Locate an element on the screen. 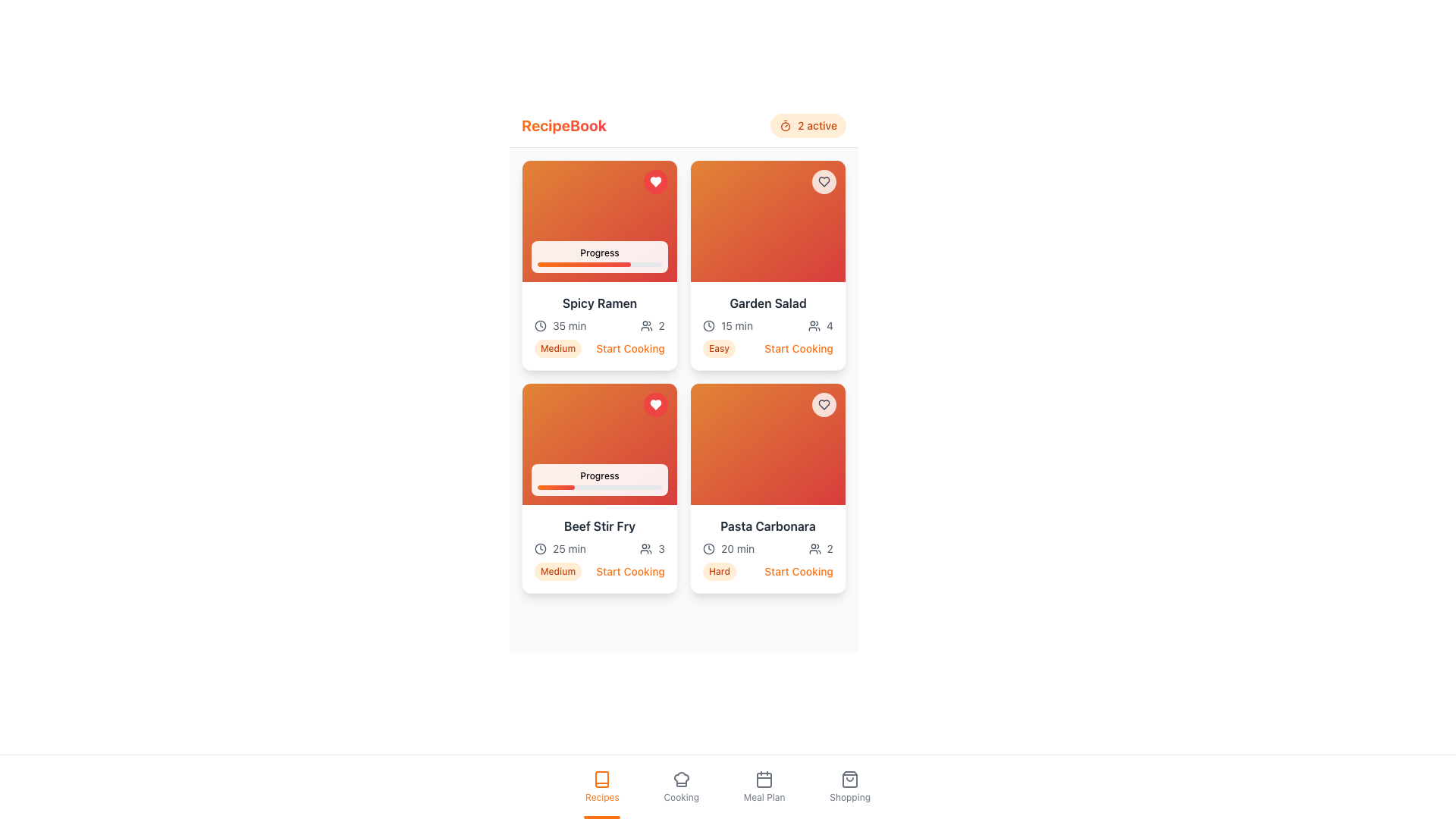  the heart-shaped icon located in the top-right corner of the second card in the 2x2 grid layout is located at coordinates (823, 403).